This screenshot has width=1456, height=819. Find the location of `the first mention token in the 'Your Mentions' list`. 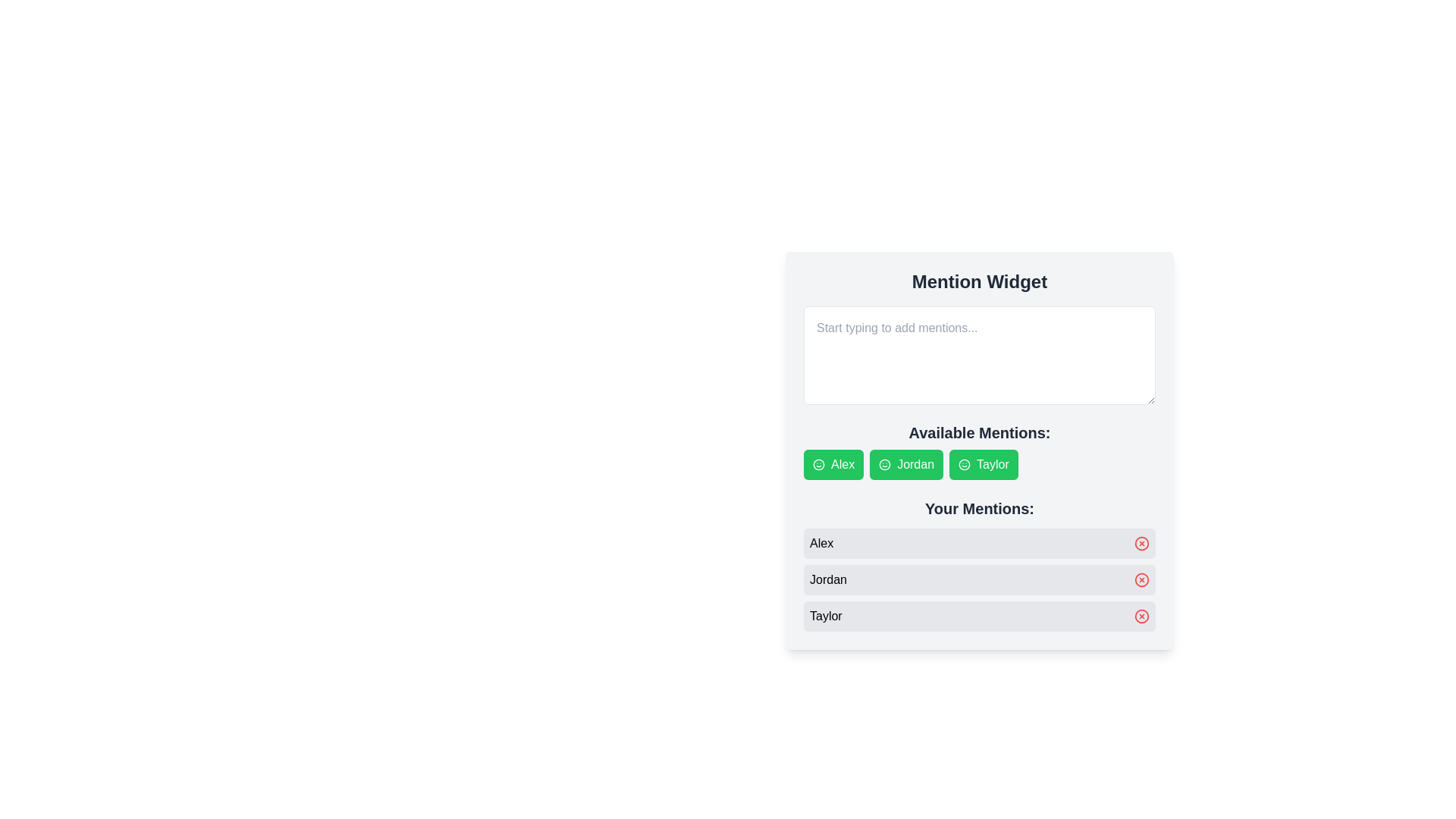

the first mention token in the 'Your Mentions' list is located at coordinates (979, 543).